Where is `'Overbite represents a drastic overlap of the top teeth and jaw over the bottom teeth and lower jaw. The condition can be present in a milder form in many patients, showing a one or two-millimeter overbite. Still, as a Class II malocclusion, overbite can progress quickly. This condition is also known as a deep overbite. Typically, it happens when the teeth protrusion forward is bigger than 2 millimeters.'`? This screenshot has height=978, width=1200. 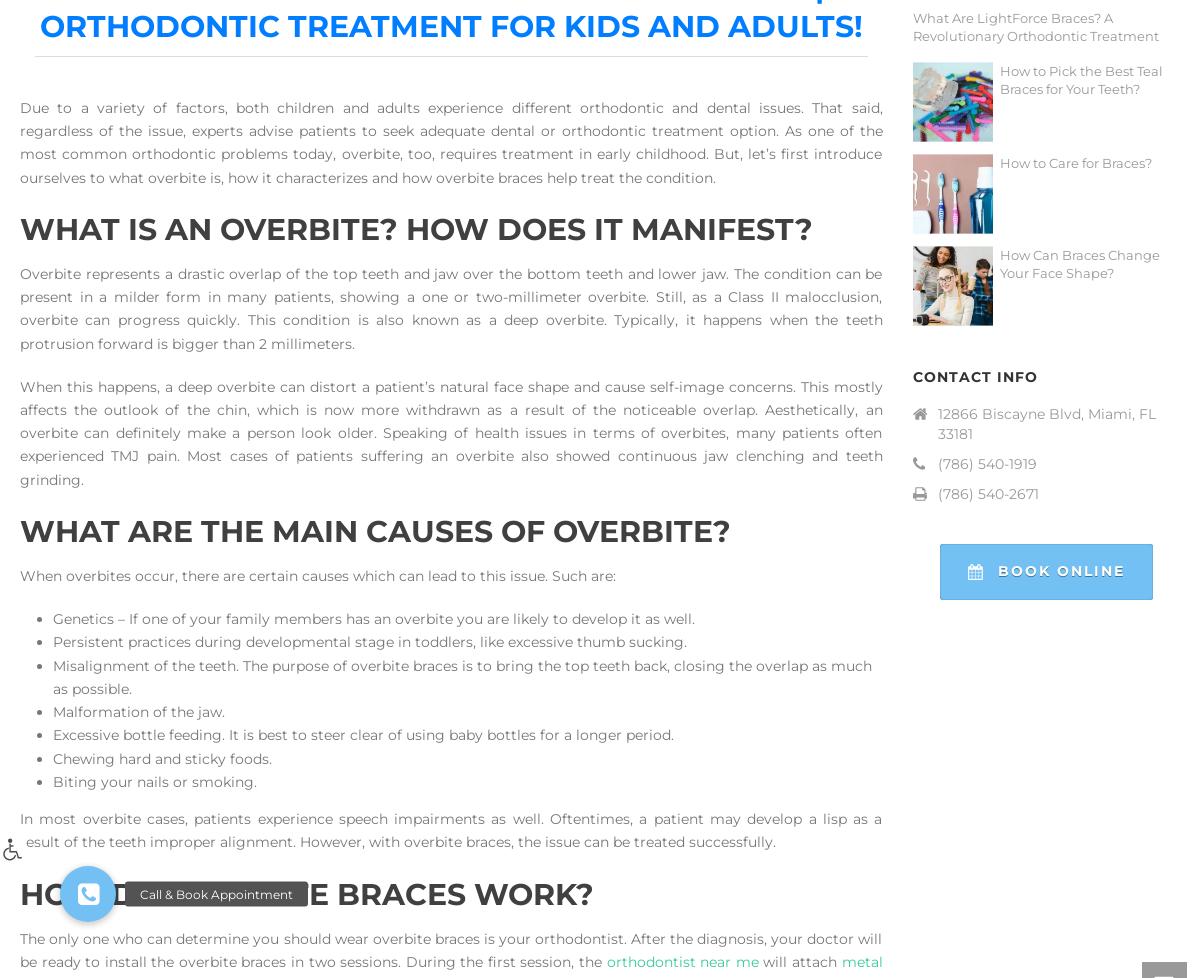
'Overbite represents a drastic overlap of the top teeth and jaw over the bottom teeth and lower jaw. The condition can be present in a milder form in many patients, showing a one or two-millimeter overbite. Still, as a Class II malocclusion, overbite can progress quickly. This condition is also known as a deep overbite. Typically, it happens when the teeth protrusion forward is bigger than 2 millimeters.' is located at coordinates (450, 306).